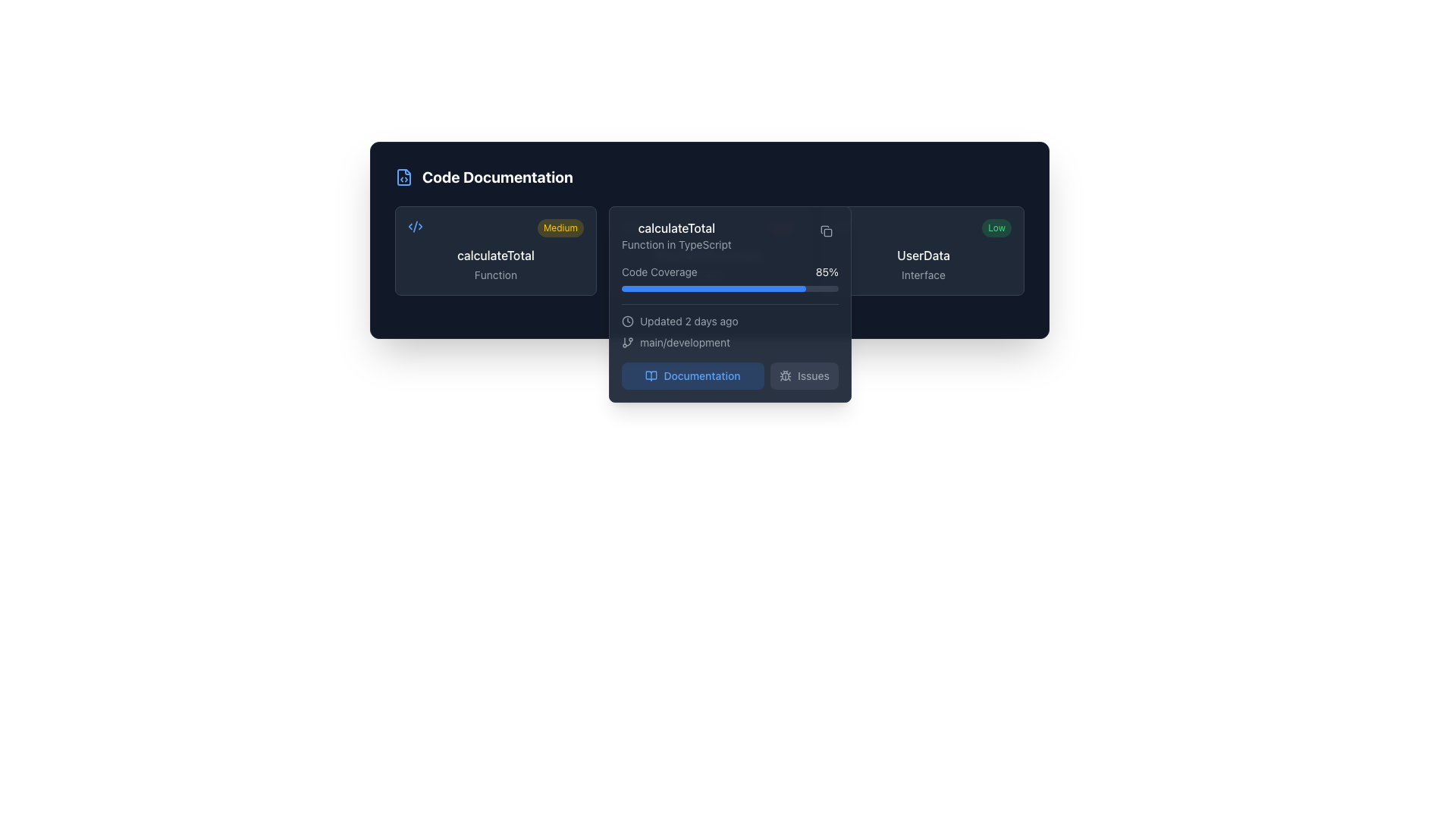 This screenshot has height=819, width=1456. I want to click on the label displaying 'Updated 2 days ago' with a small clock icon to its left, located in the second row of the card above 'main/development', so click(730, 321).